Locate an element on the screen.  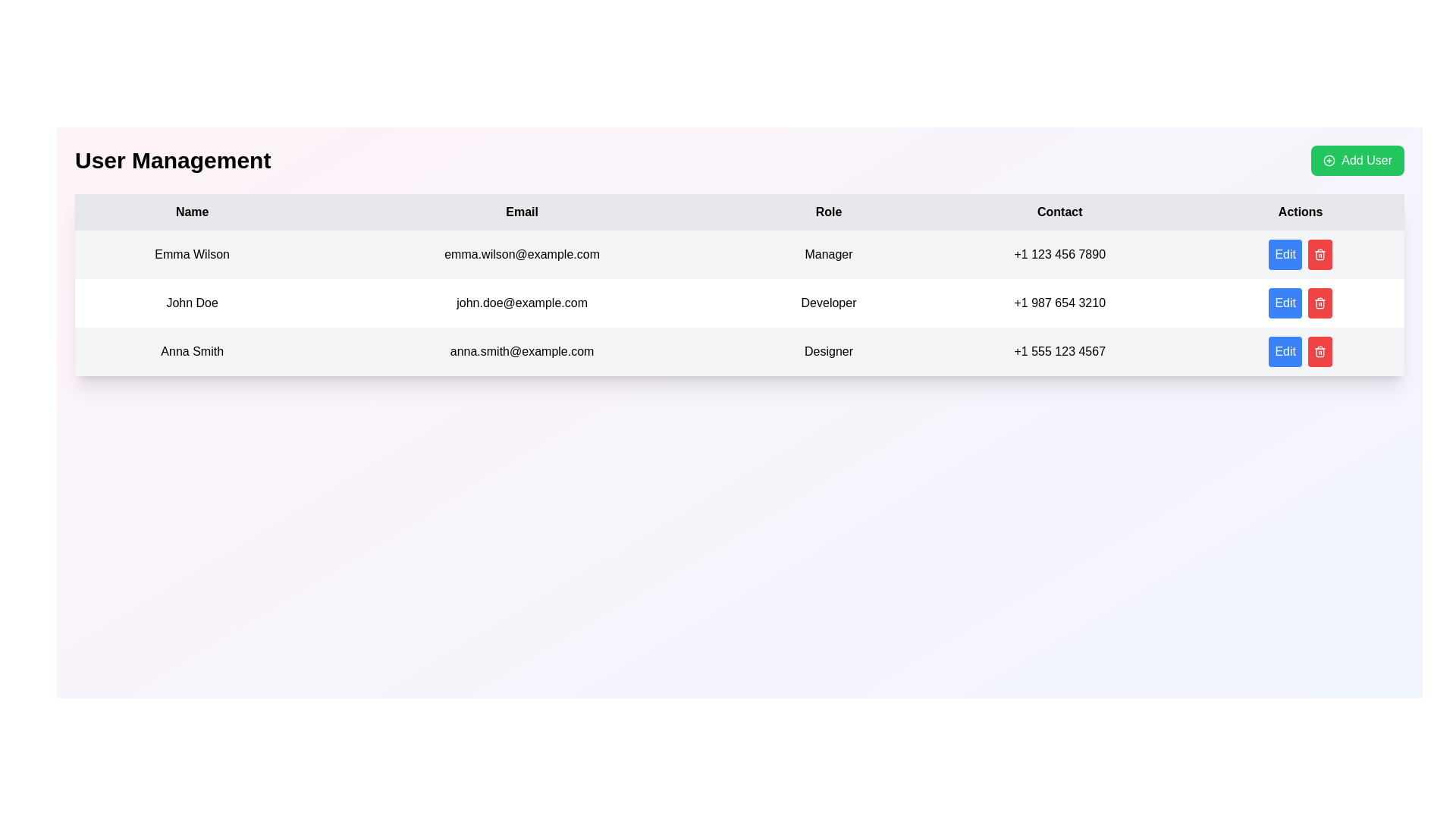
the delete button located in the second row of the user management table, which is positioned directly to the right of the blue 'Edit' button is located at coordinates (1319, 253).